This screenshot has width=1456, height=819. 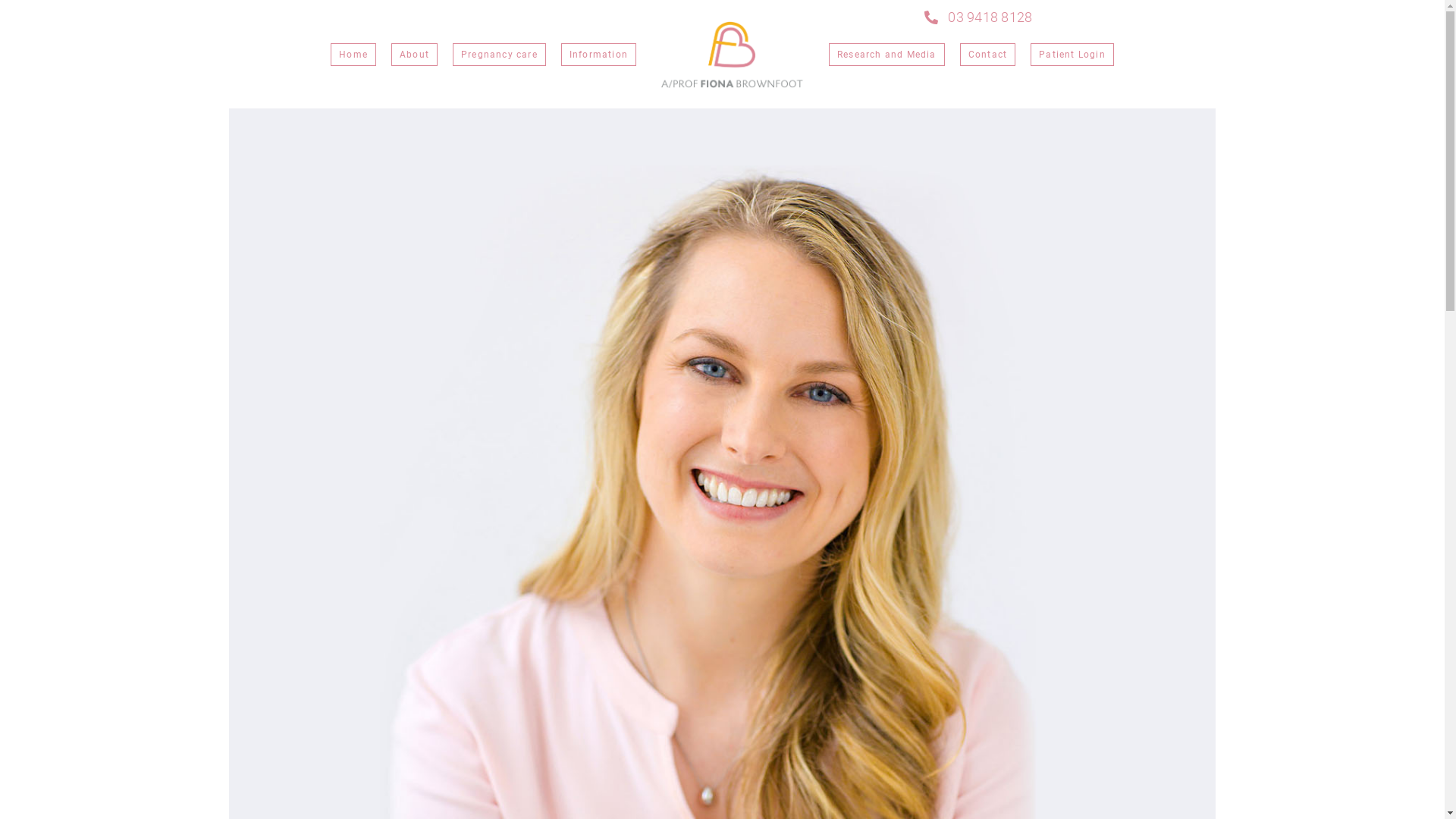 I want to click on 'Pregnancy care', so click(x=499, y=54).